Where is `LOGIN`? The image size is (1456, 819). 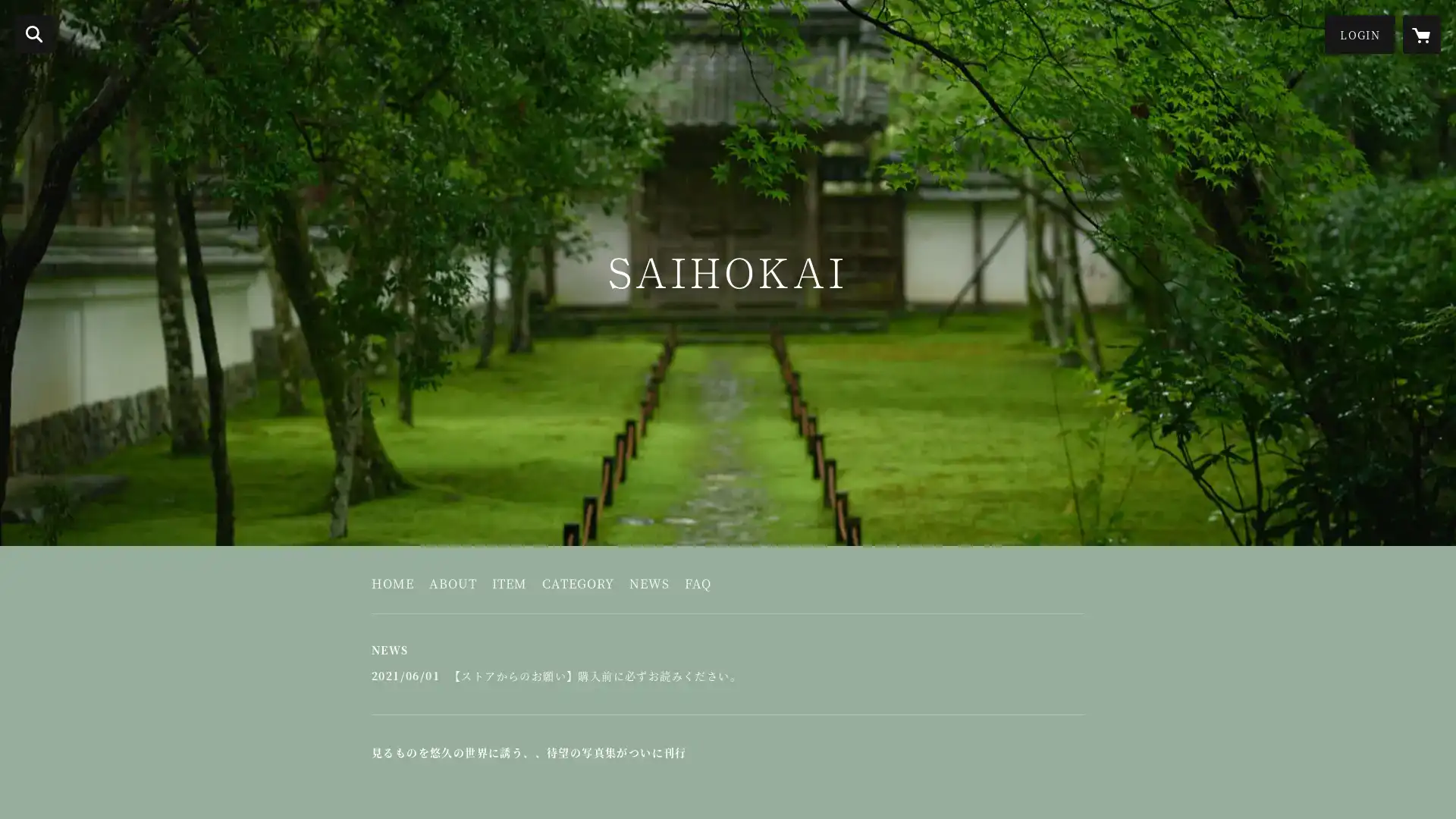
LOGIN is located at coordinates (1360, 34).